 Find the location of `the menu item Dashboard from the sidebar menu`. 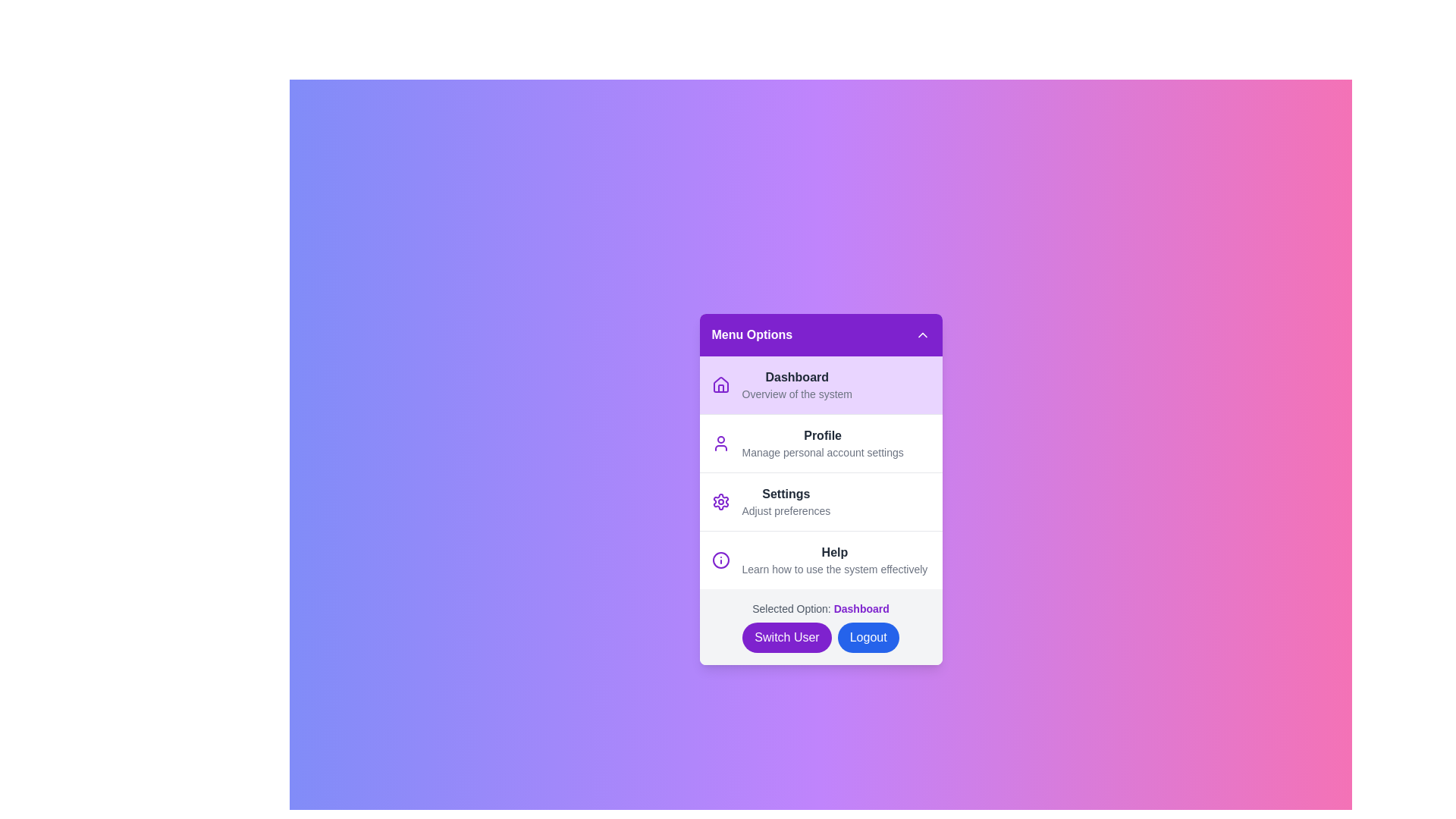

the menu item Dashboard from the sidebar menu is located at coordinates (820, 384).